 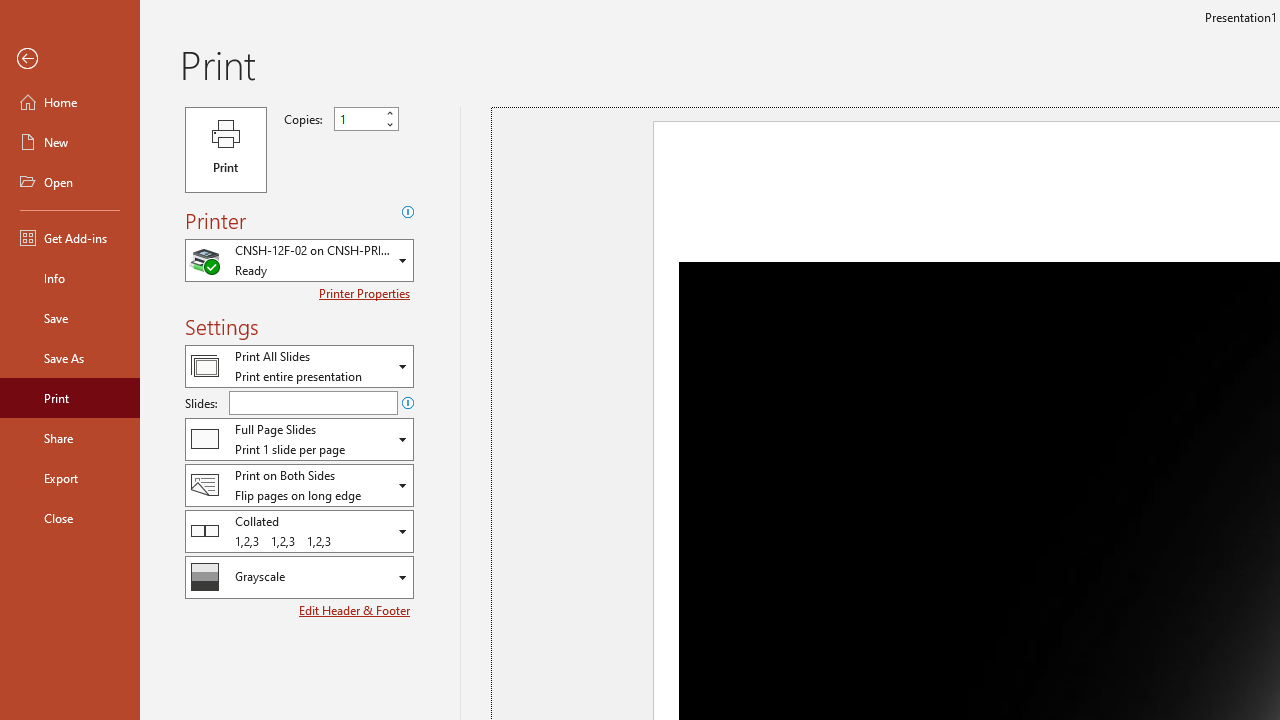 I want to click on 'Slides', so click(x=312, y=402).